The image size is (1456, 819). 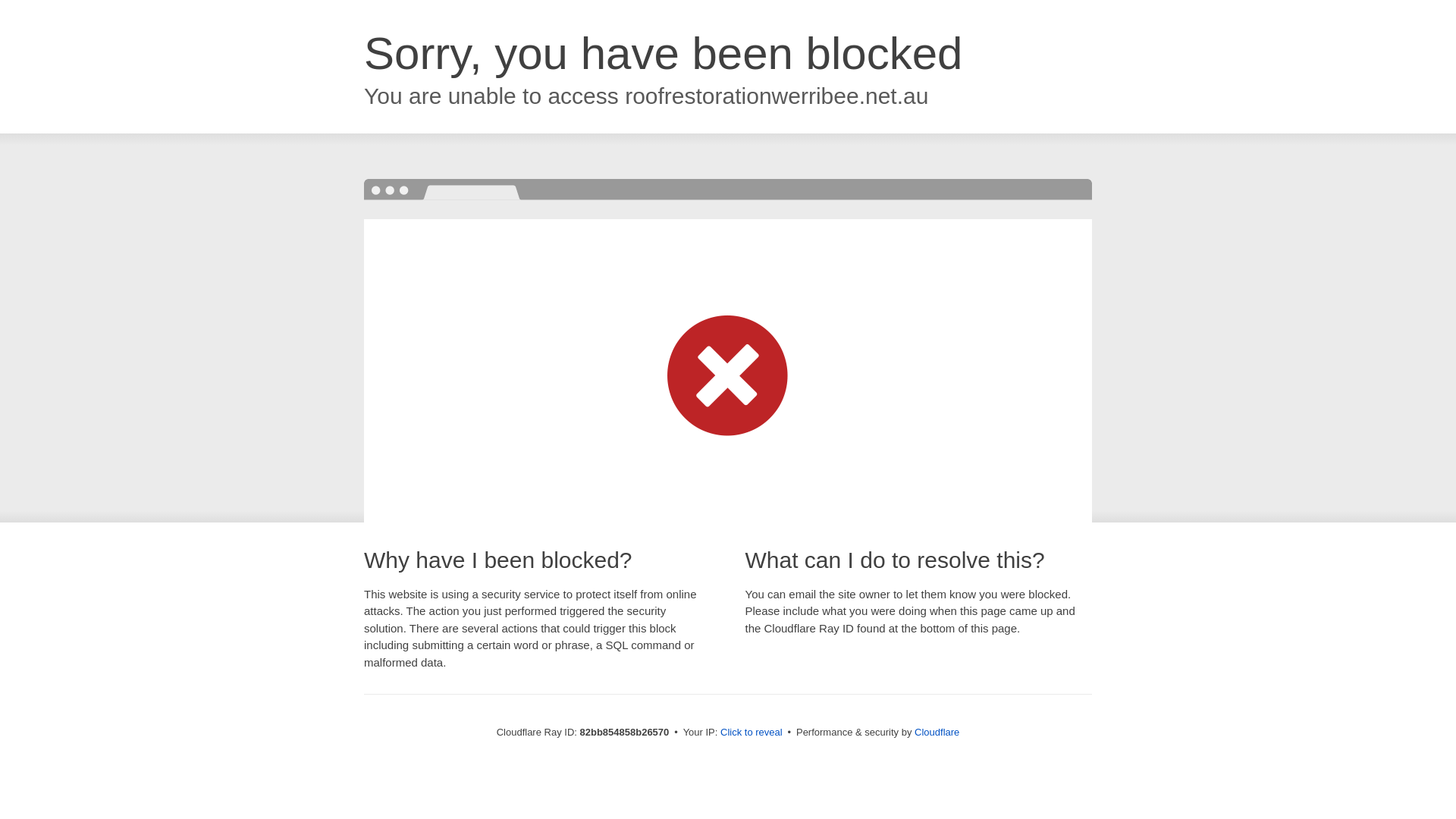 What do you see at coordinates (936, 731) in the screenshot?
I see `'Cloudflare'` at bounding box center [936, 731].